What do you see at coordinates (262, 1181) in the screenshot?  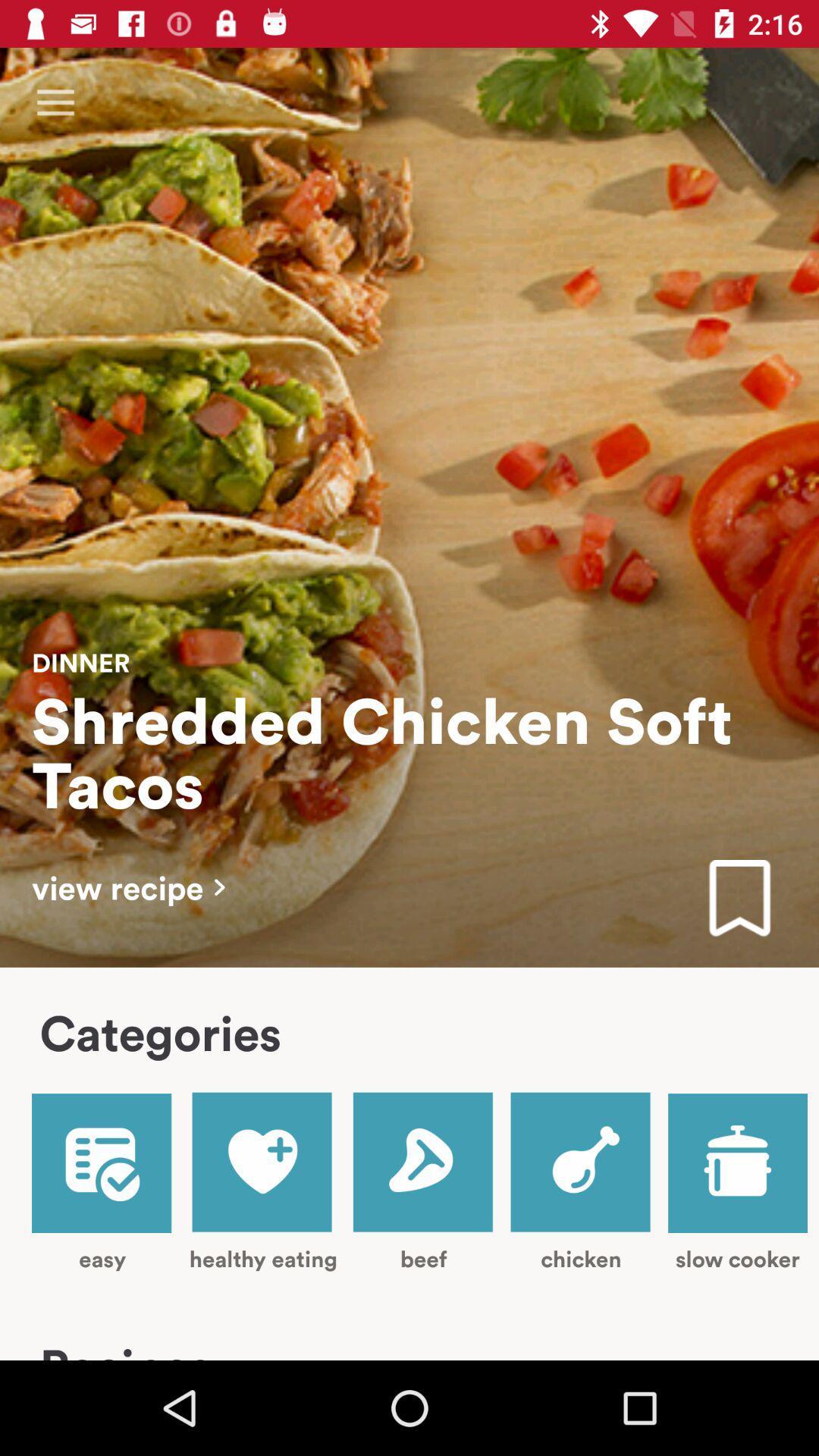 I see `healthy eating icon` at bounding box center [262, 1181].